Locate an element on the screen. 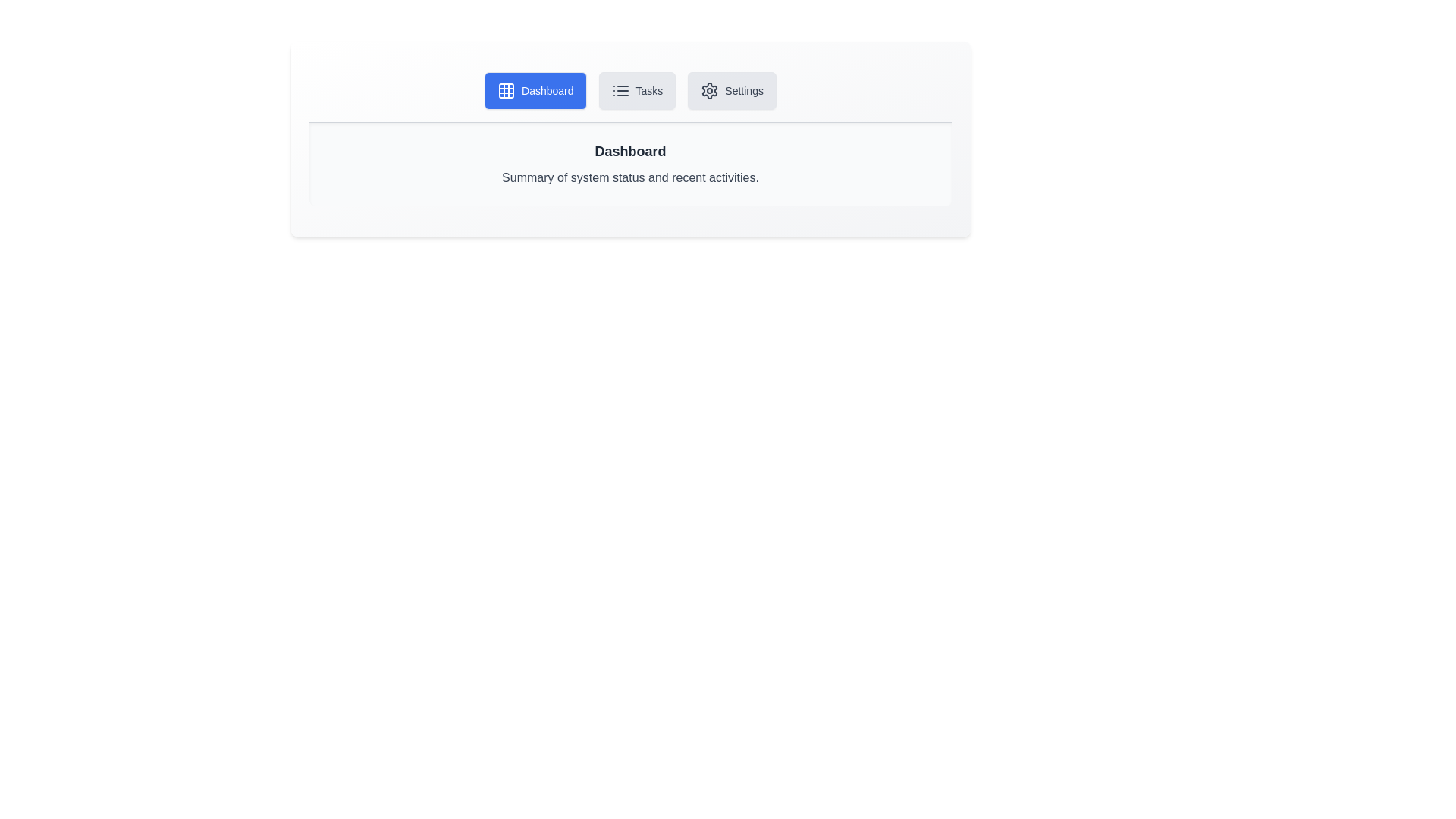 Image resolution: width=1456 pixels, height=819 pixels. the Dashboard tab is located at coordinates (535, 90).